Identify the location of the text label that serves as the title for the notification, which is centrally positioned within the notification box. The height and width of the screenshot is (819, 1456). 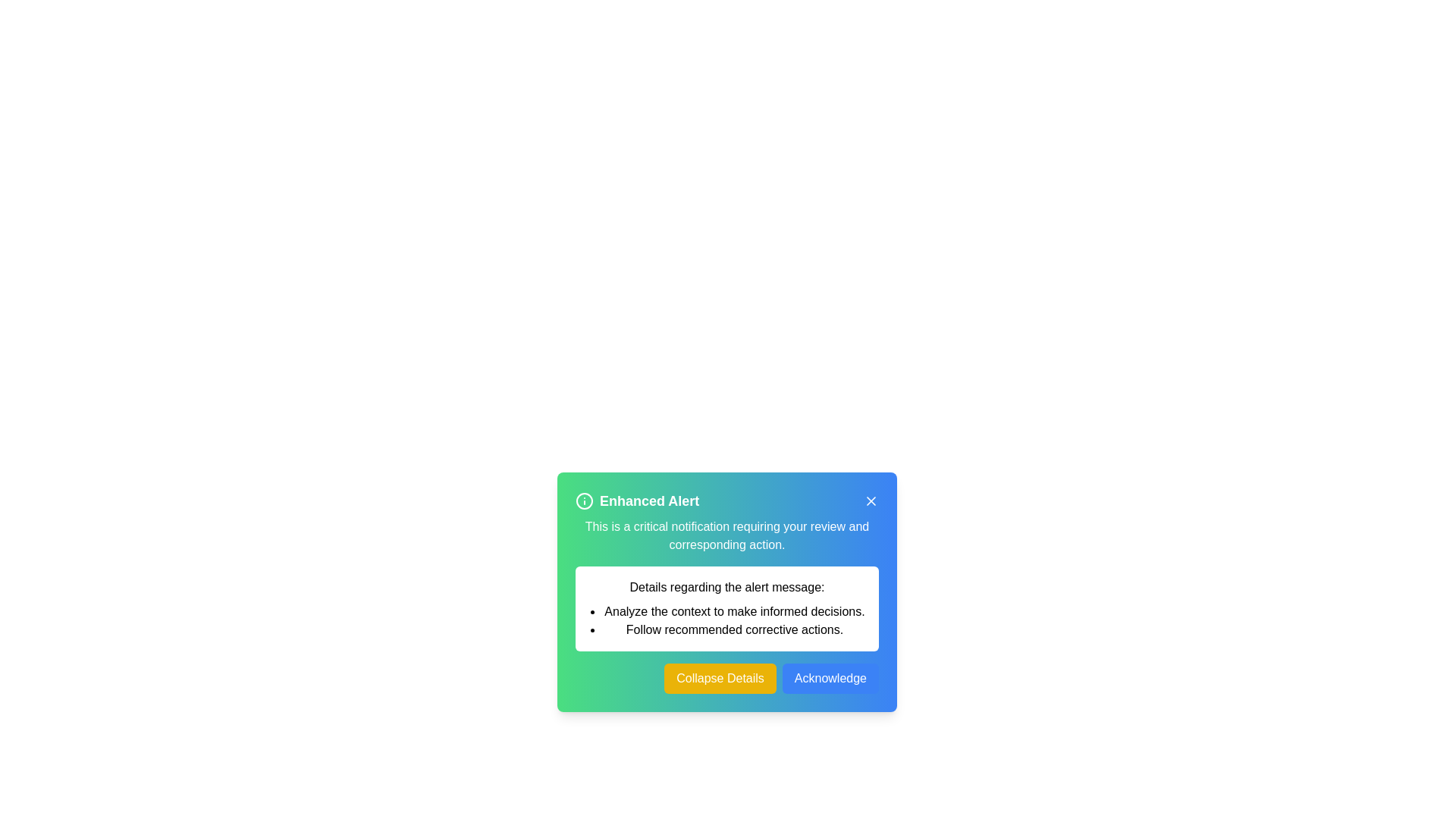
(649, 500).